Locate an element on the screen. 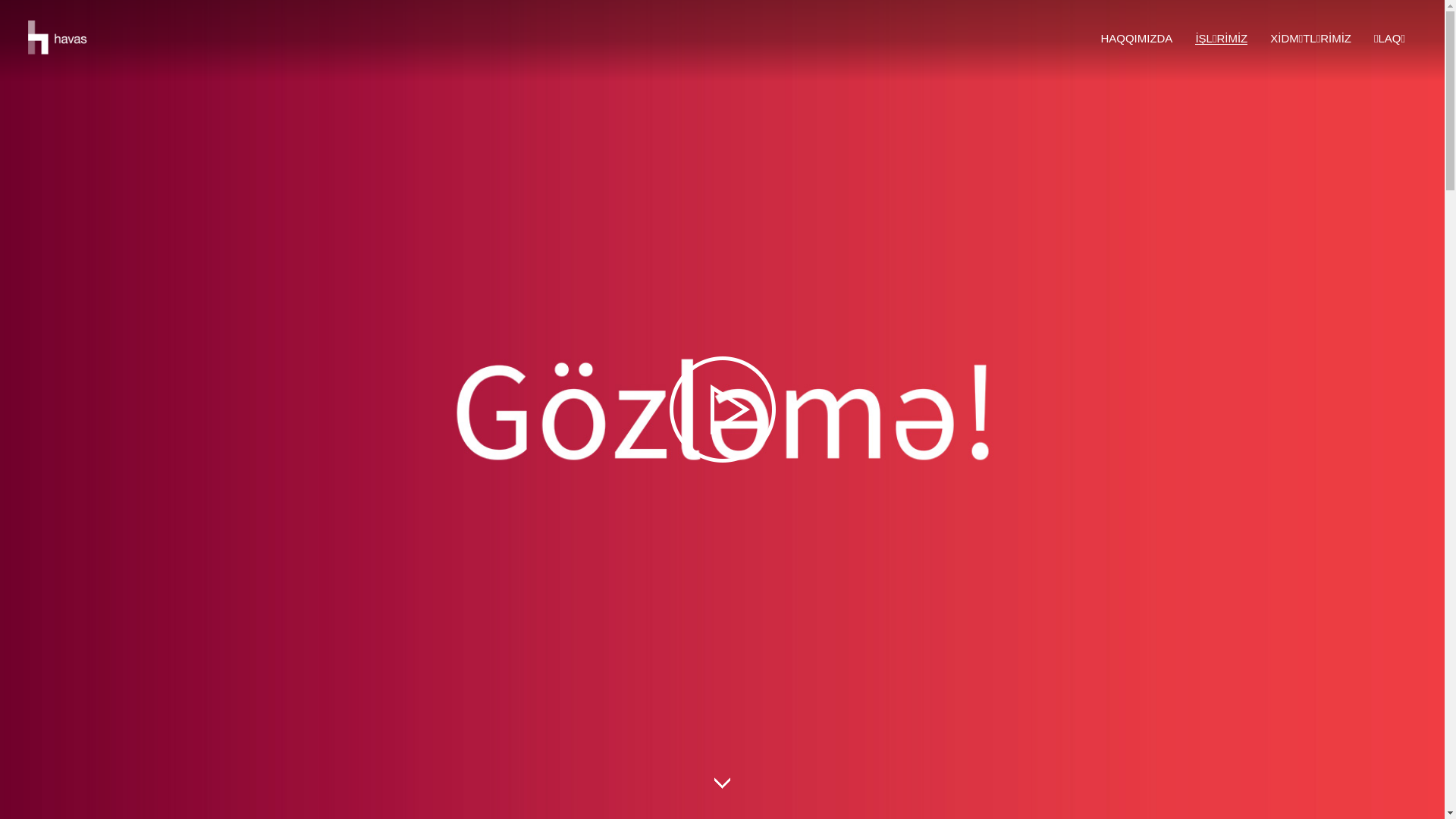  'HAQQIMIZDA' is located at coordinates (1136, 37).